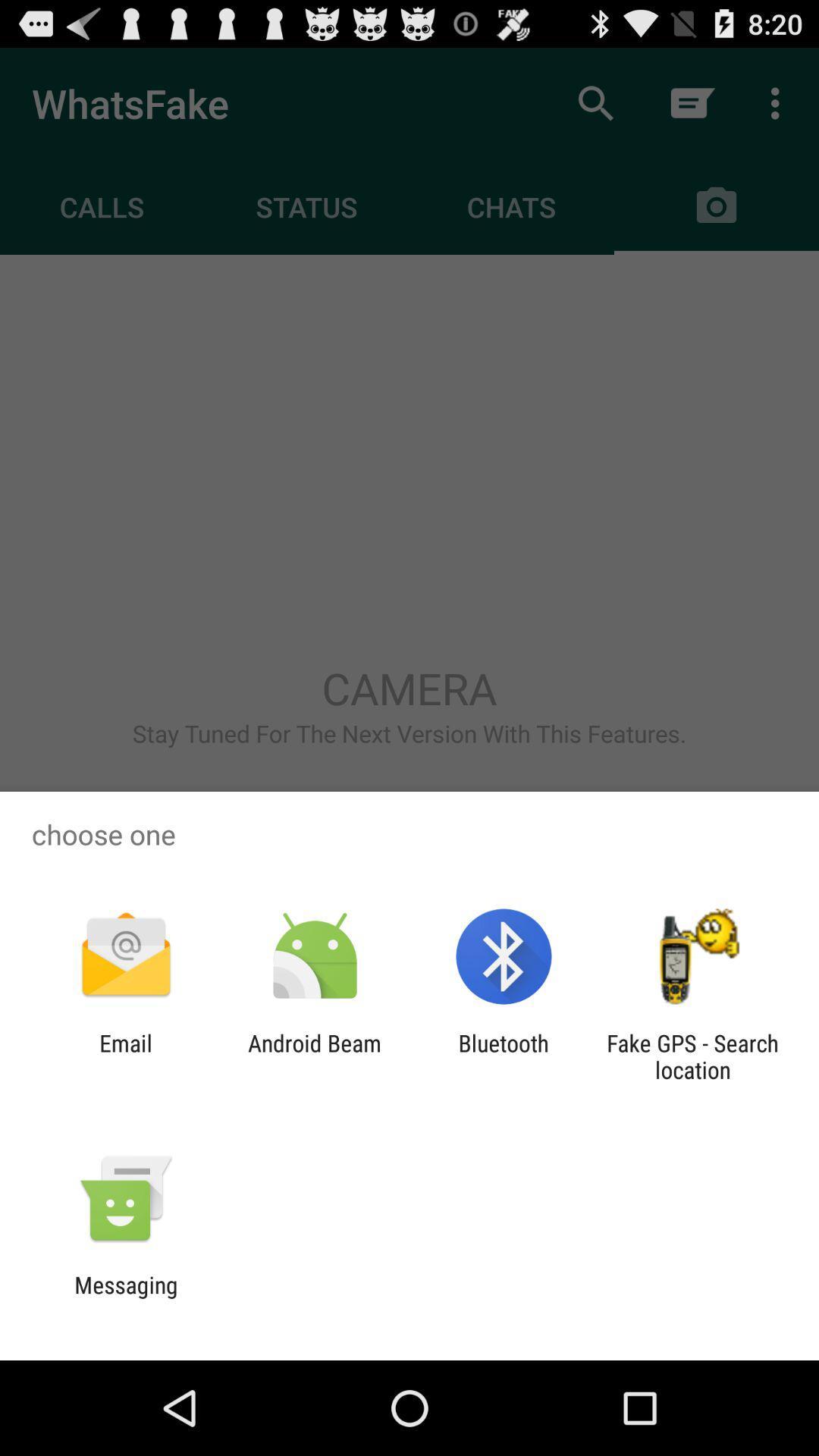 This screenshot has height=1456, width=819. Describe the element at coordinates (692, 1056) in the screenshot. I see `fake gps search` at that location.